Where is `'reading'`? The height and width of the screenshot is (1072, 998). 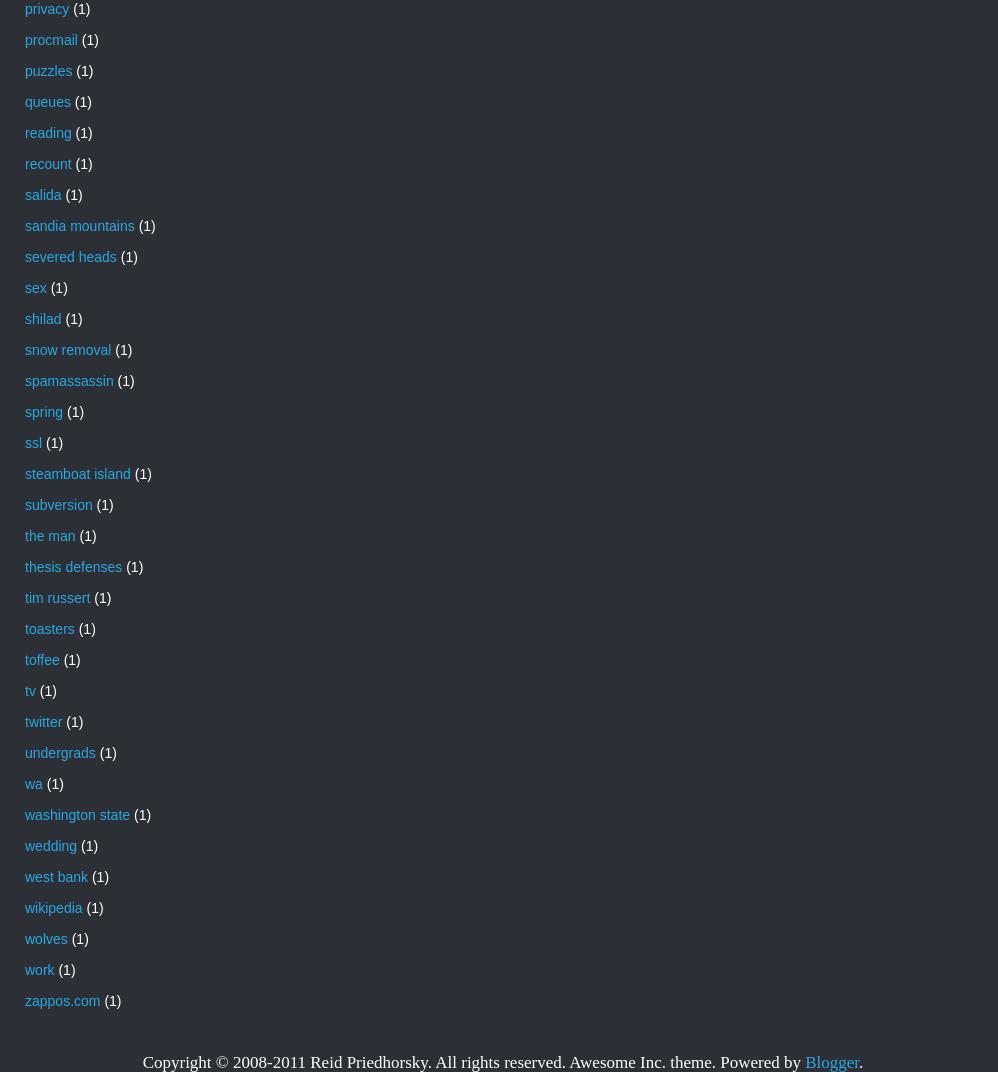 'reading' is located at coordinates (48, 131).